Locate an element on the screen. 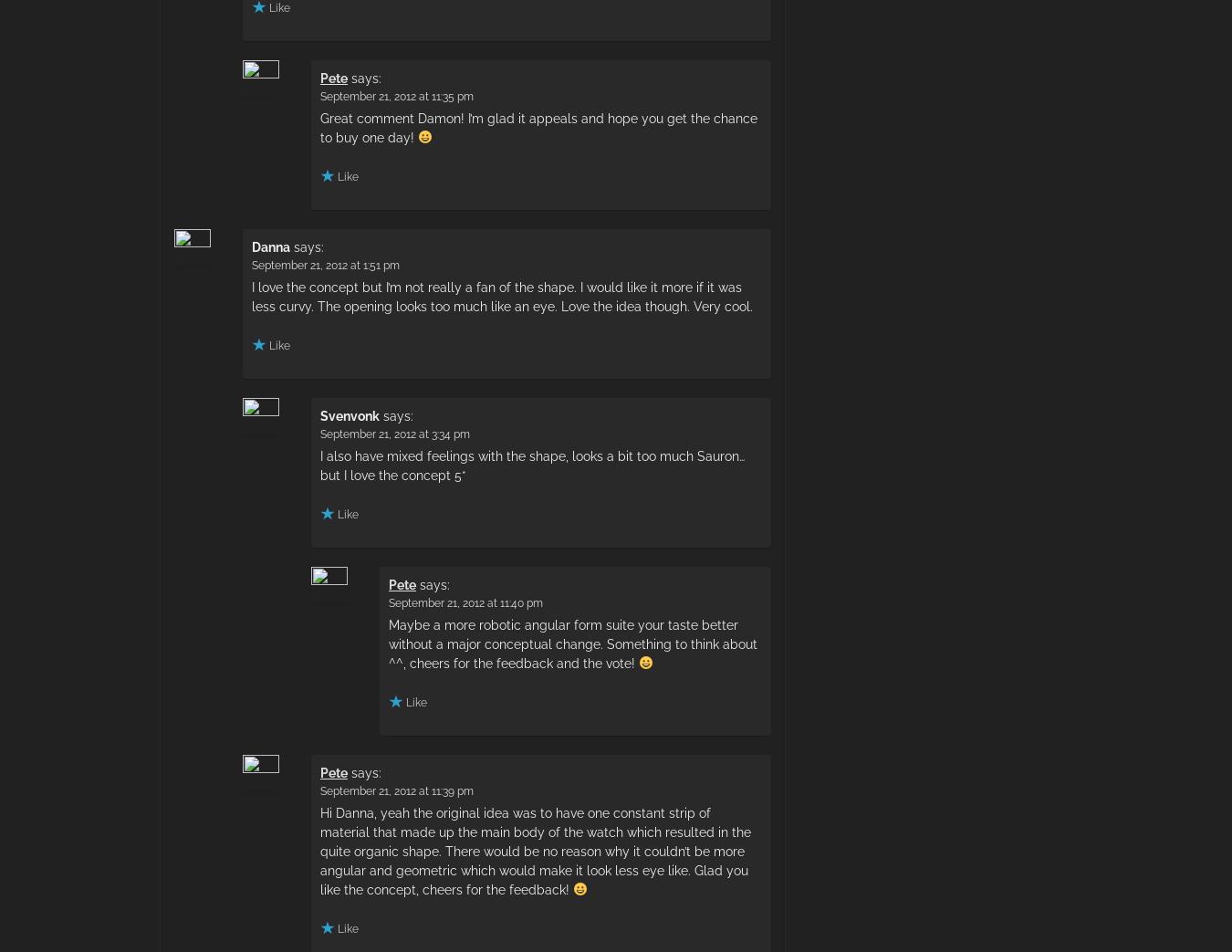 The height and width of the screenshot is (952, 1232). 'I love the concept but I’m not really a fan of the shape. I would like it more if it was less curvy. The opening looks too much like an eye. Love the idea though. Very cool.' is located at coordinates (250, 295).